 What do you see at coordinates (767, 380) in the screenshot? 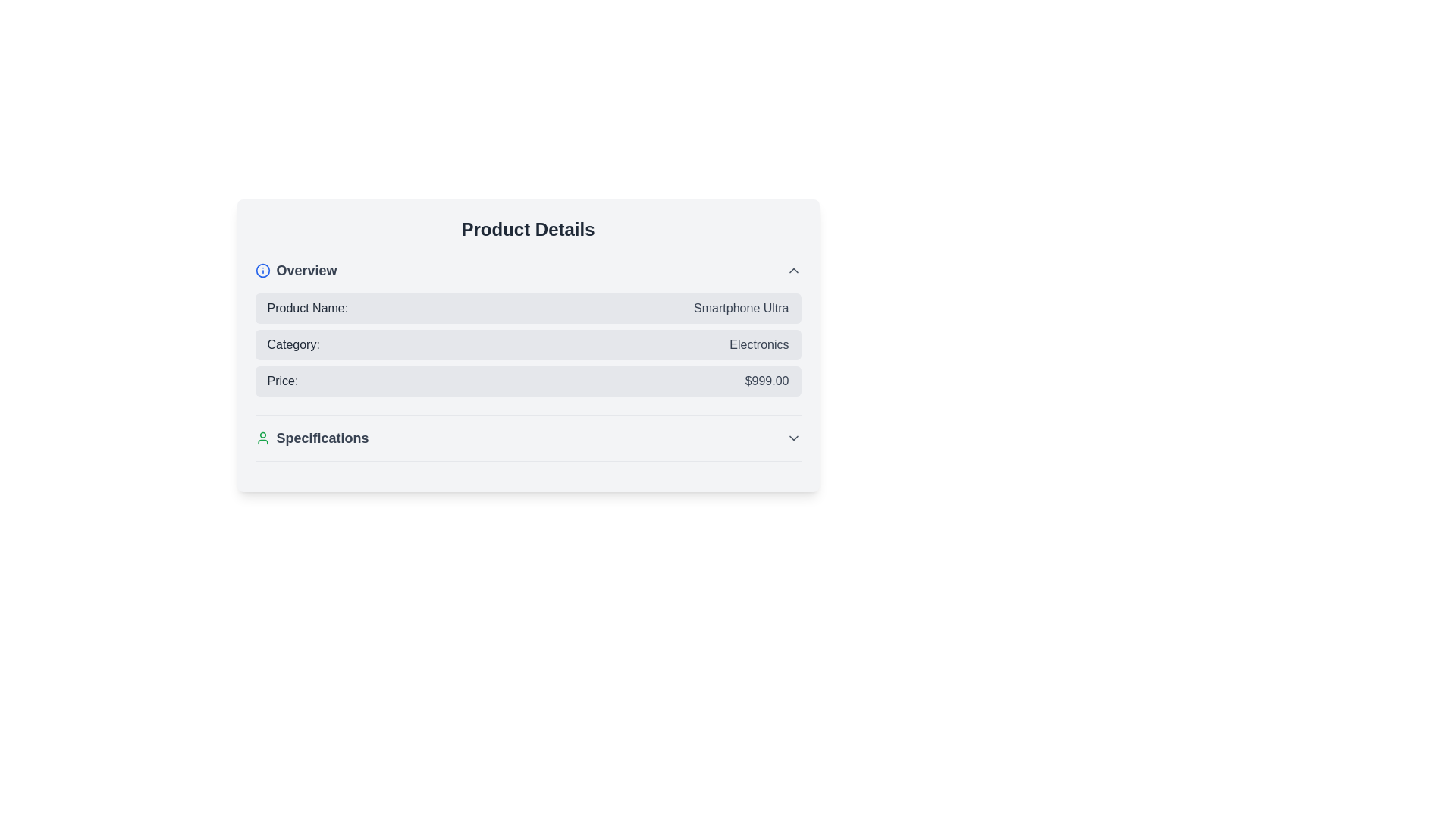
I see `the text label displaying the price of the product, which is currently listed as $999.00, located in the third row under 'Price:' and aligned to the right` at bounding box center [767, 380].